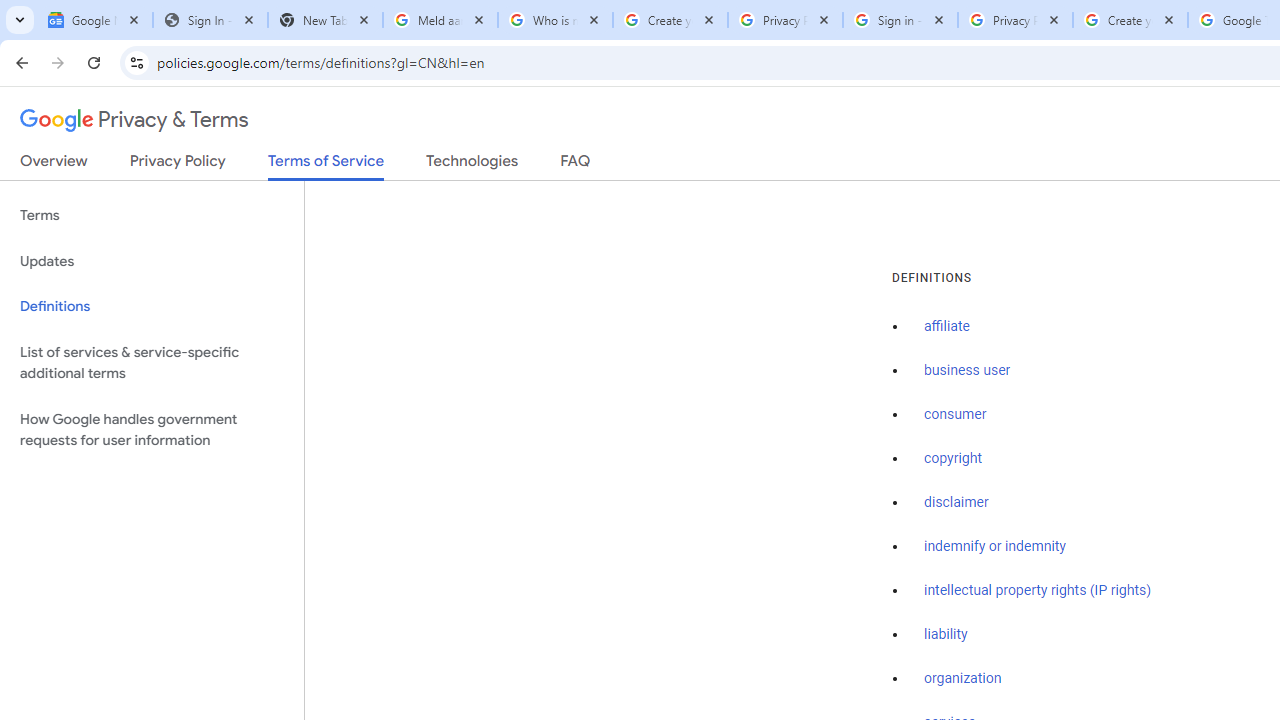 This screenshot has width=1280, height=720. What do you see at coordinates (955, 501) in the screenshot?
I see `'disclaimer'` at bounding box center [955, 501].